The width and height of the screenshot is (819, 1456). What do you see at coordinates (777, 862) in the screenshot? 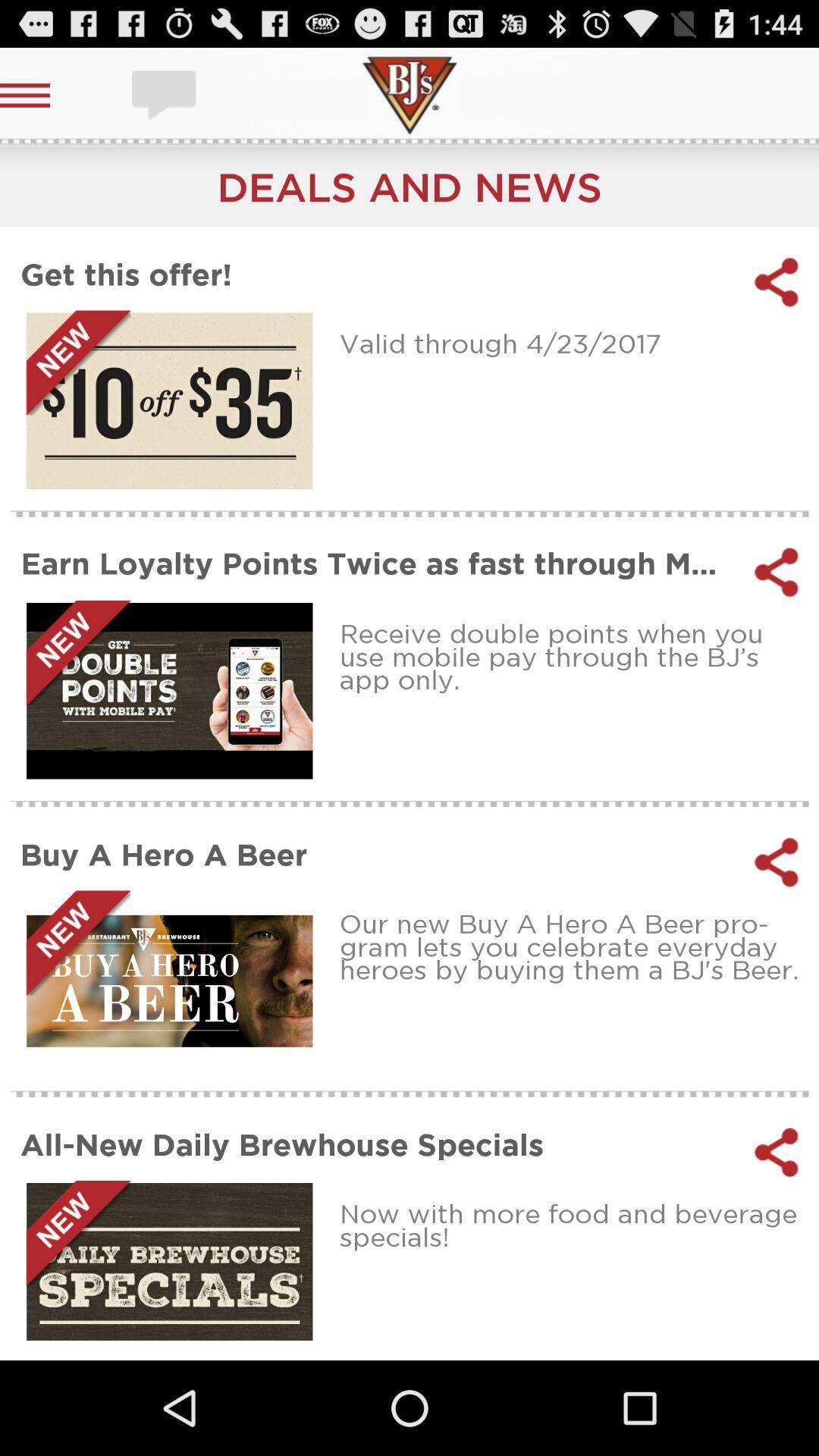
I see `click on share button where buy a hero a beer is written` at bounding box center [777, 862].